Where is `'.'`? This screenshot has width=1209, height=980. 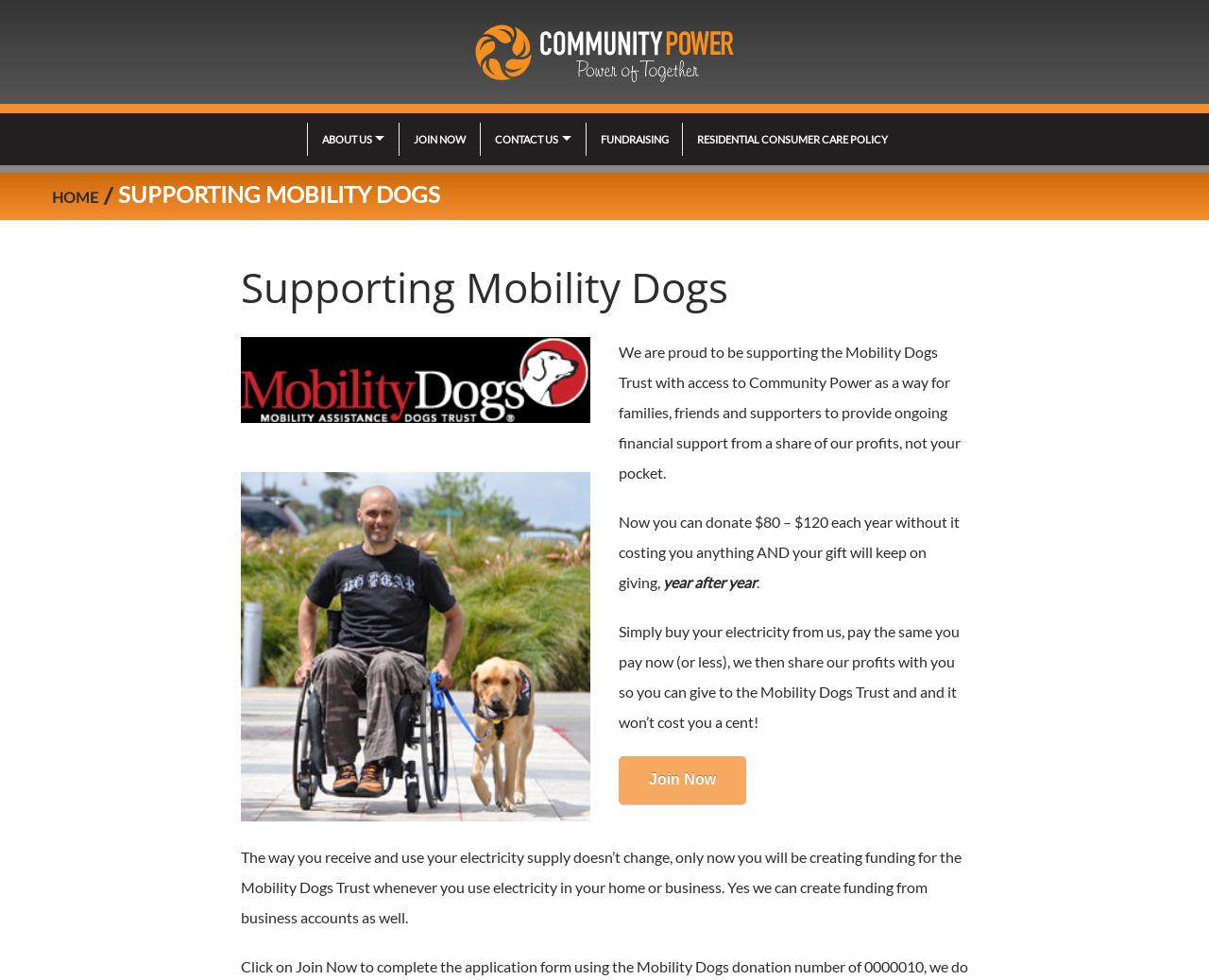 '.' is located at coordinates (758, 581).